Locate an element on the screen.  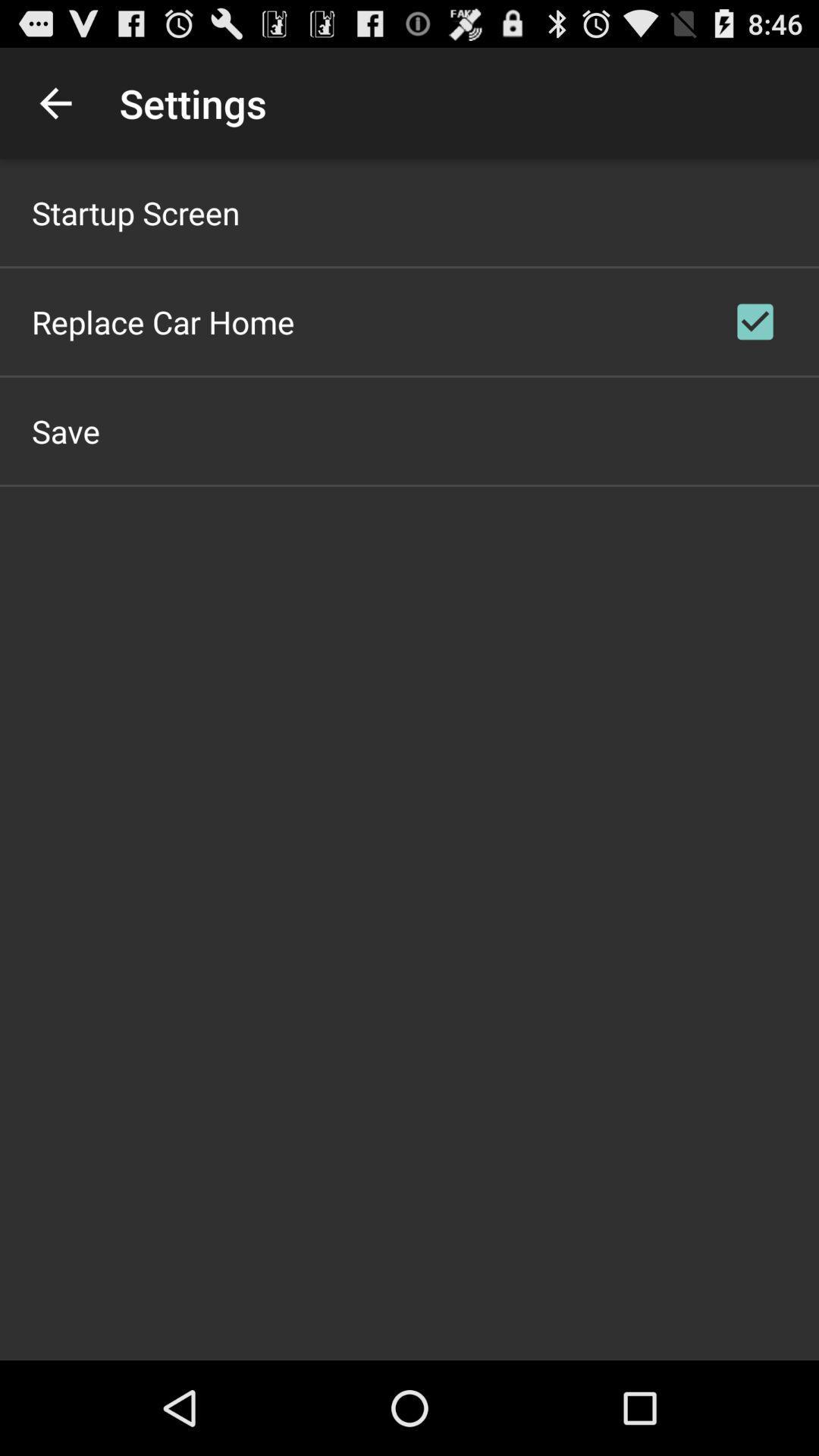
item above save is located at coordinates (163, 321).